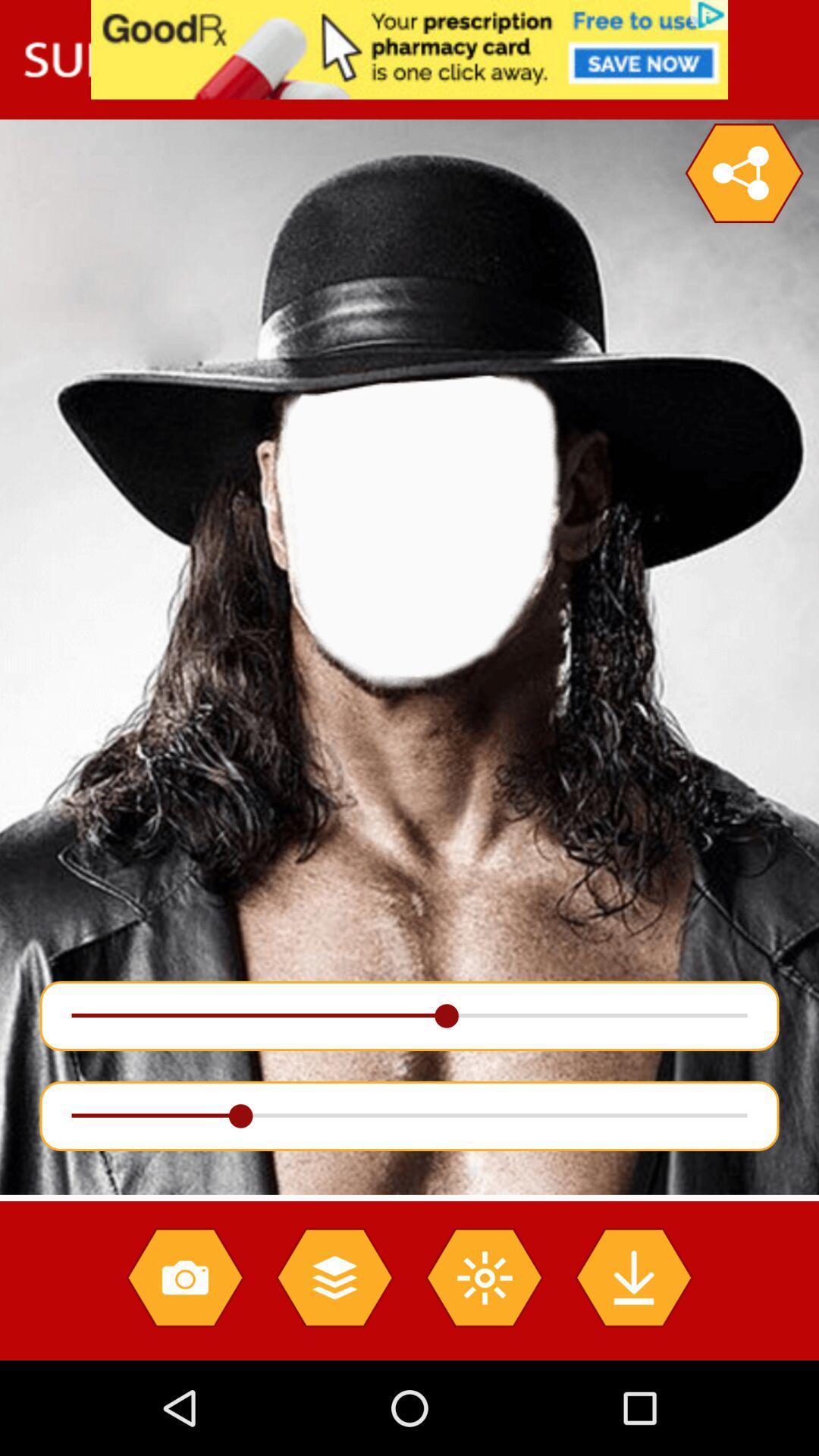  Describe the element at coordinates (334, 1276) in the screenshot. I see `the layers icon` at that location.